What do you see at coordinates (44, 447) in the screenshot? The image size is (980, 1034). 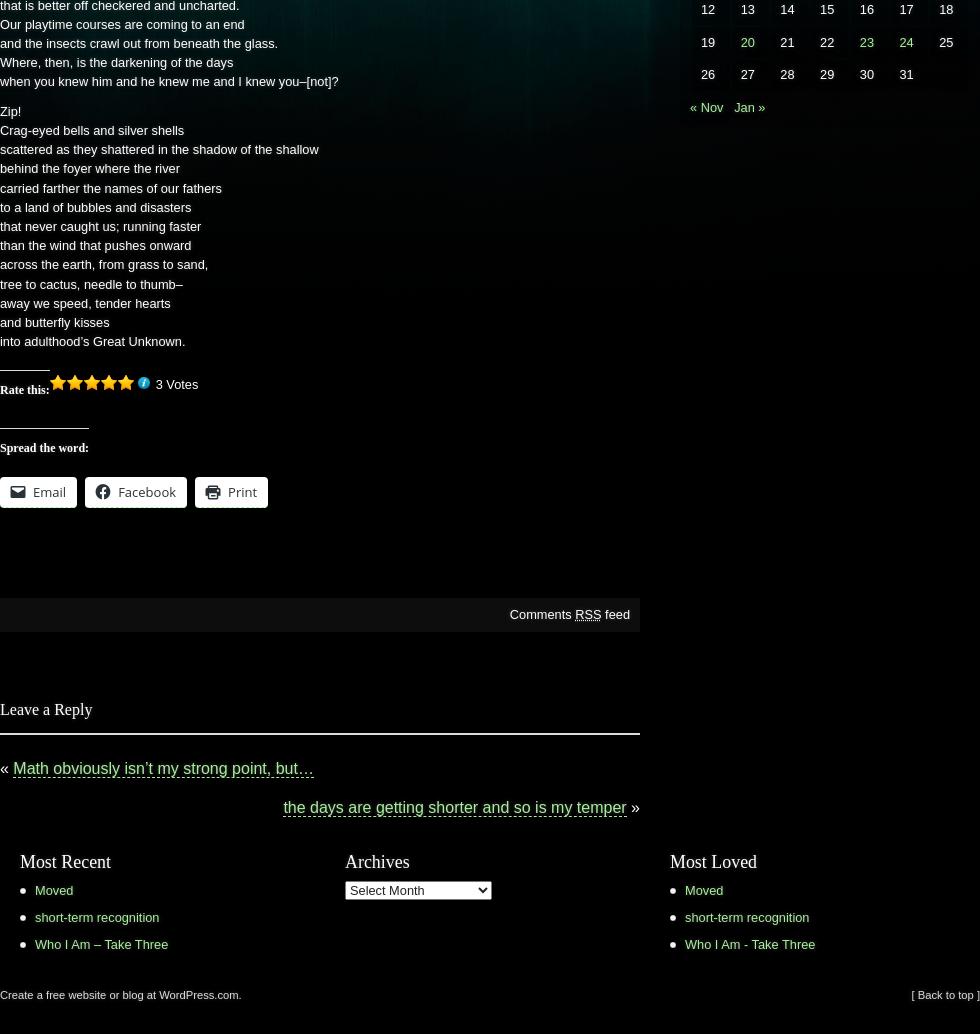 I see `'Spread the word:'` at bounding box center [44, 447].